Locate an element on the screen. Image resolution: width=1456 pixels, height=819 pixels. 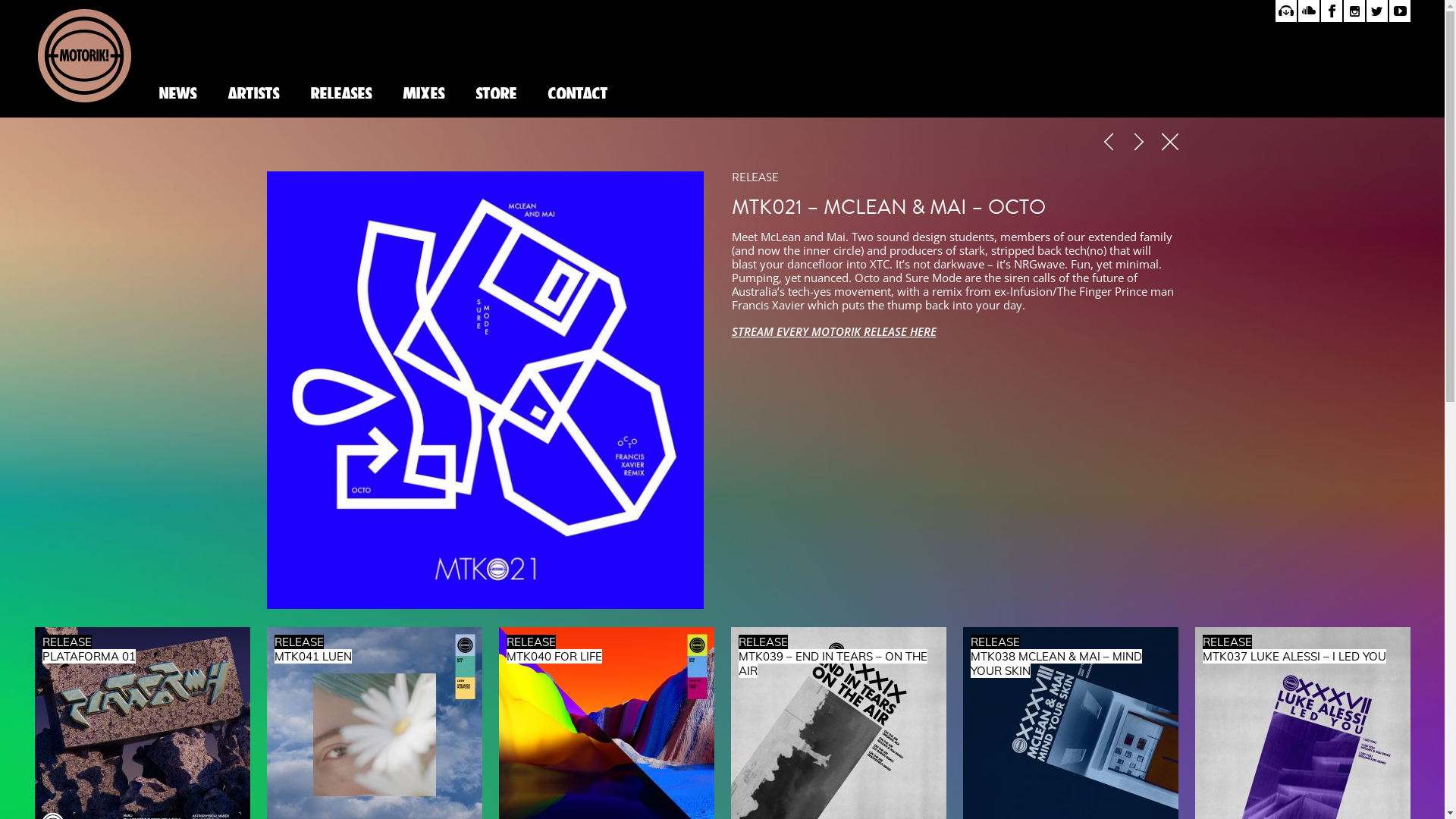
'MIXES' is located at coordinates (422, 91).